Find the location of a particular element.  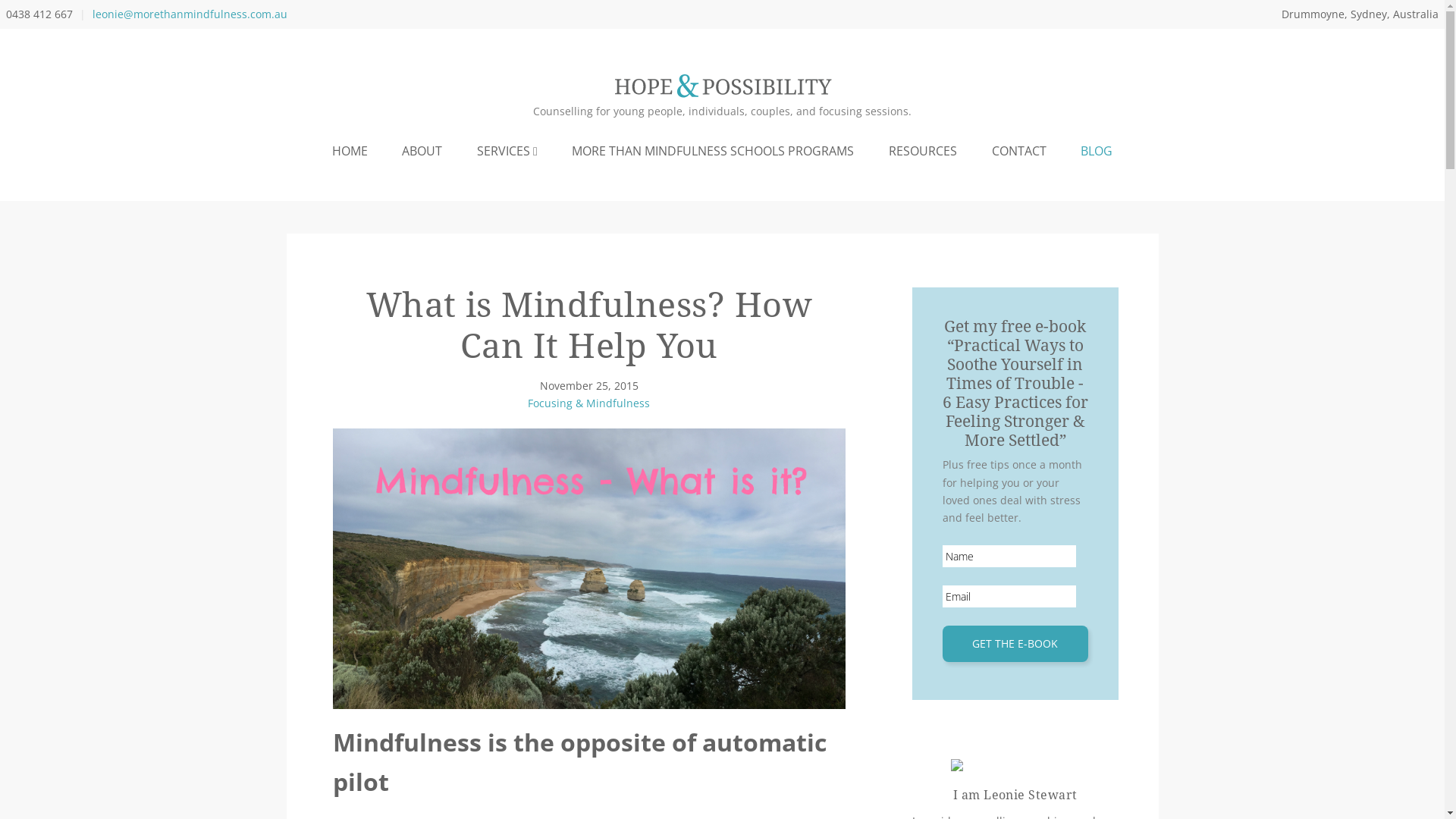

'ABOUT' is located at coordinates (422, 150).